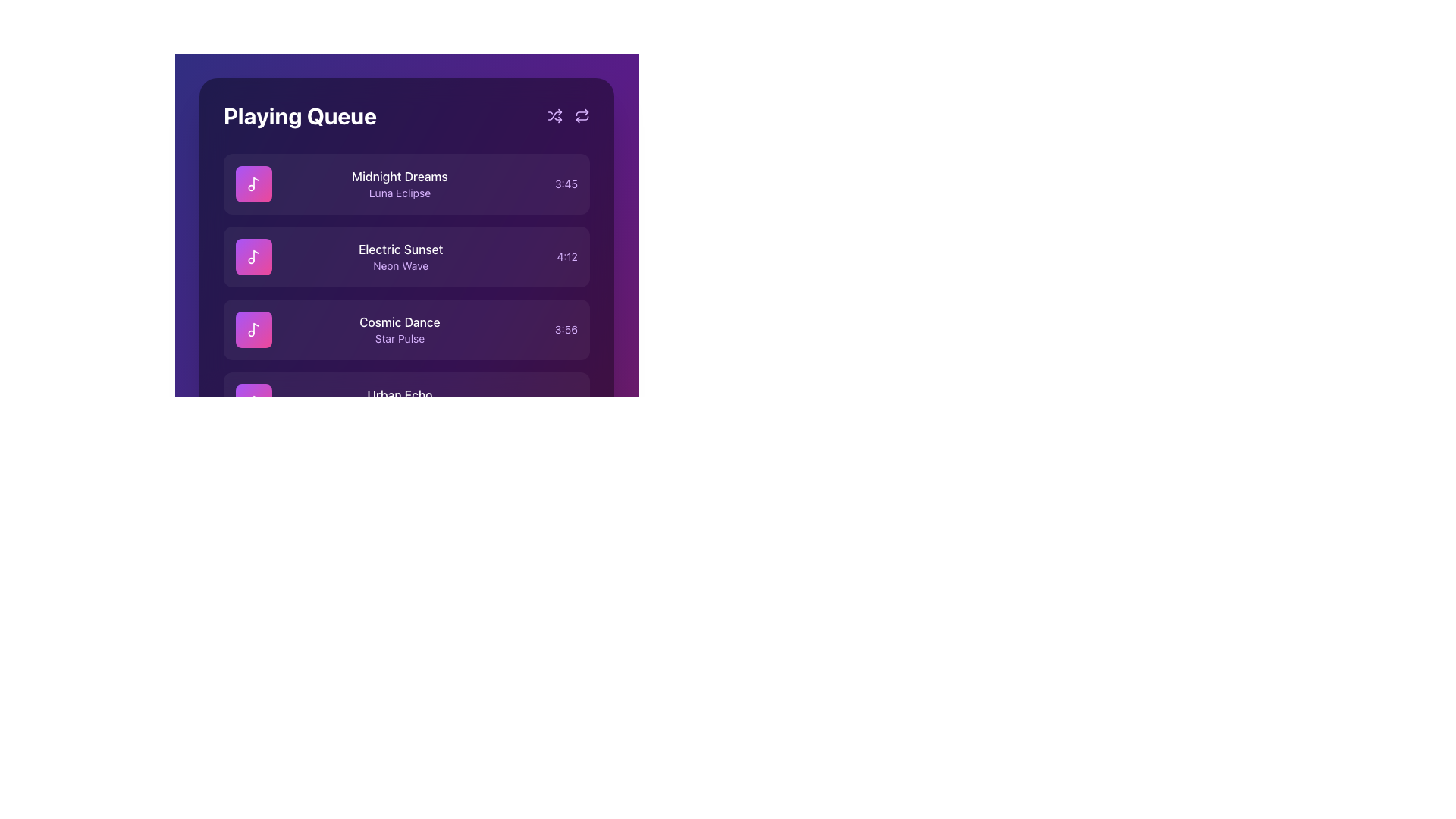  Describe the element at coordinates (566, 256) in the screenshot. I see `the text label displaying the time duration '4:12' aligned with the song title 'Electric Sunset' and artist name 'Neon Wave', located within the second entry of a vertical list` at that location.